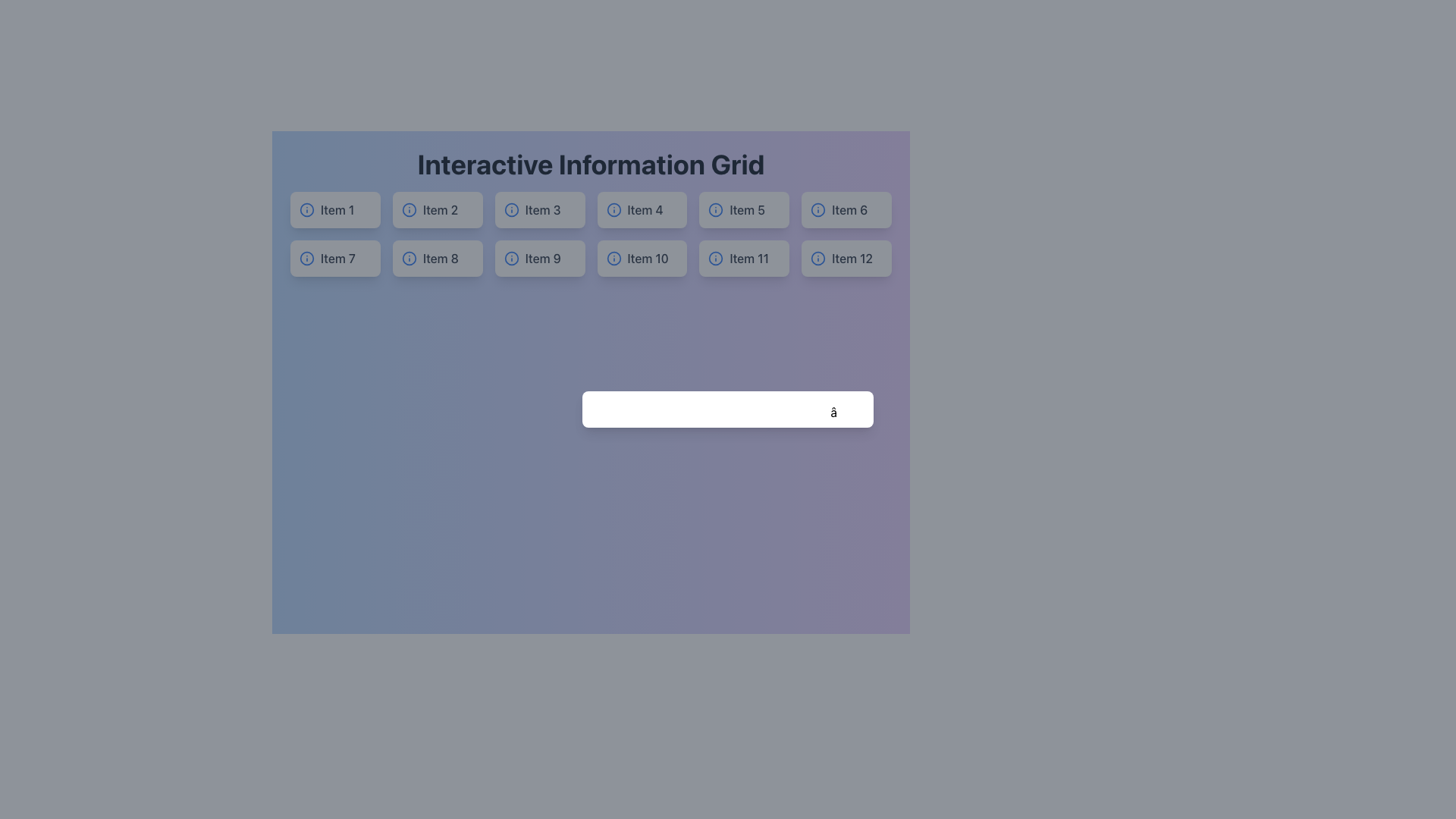  Describe the element at coordinates (543, 210) in the screenshot. I see `the text label displaying 'Item 3', which is located in the first row and third column of the grid layout, flanked by an information icon on the left` at that location.